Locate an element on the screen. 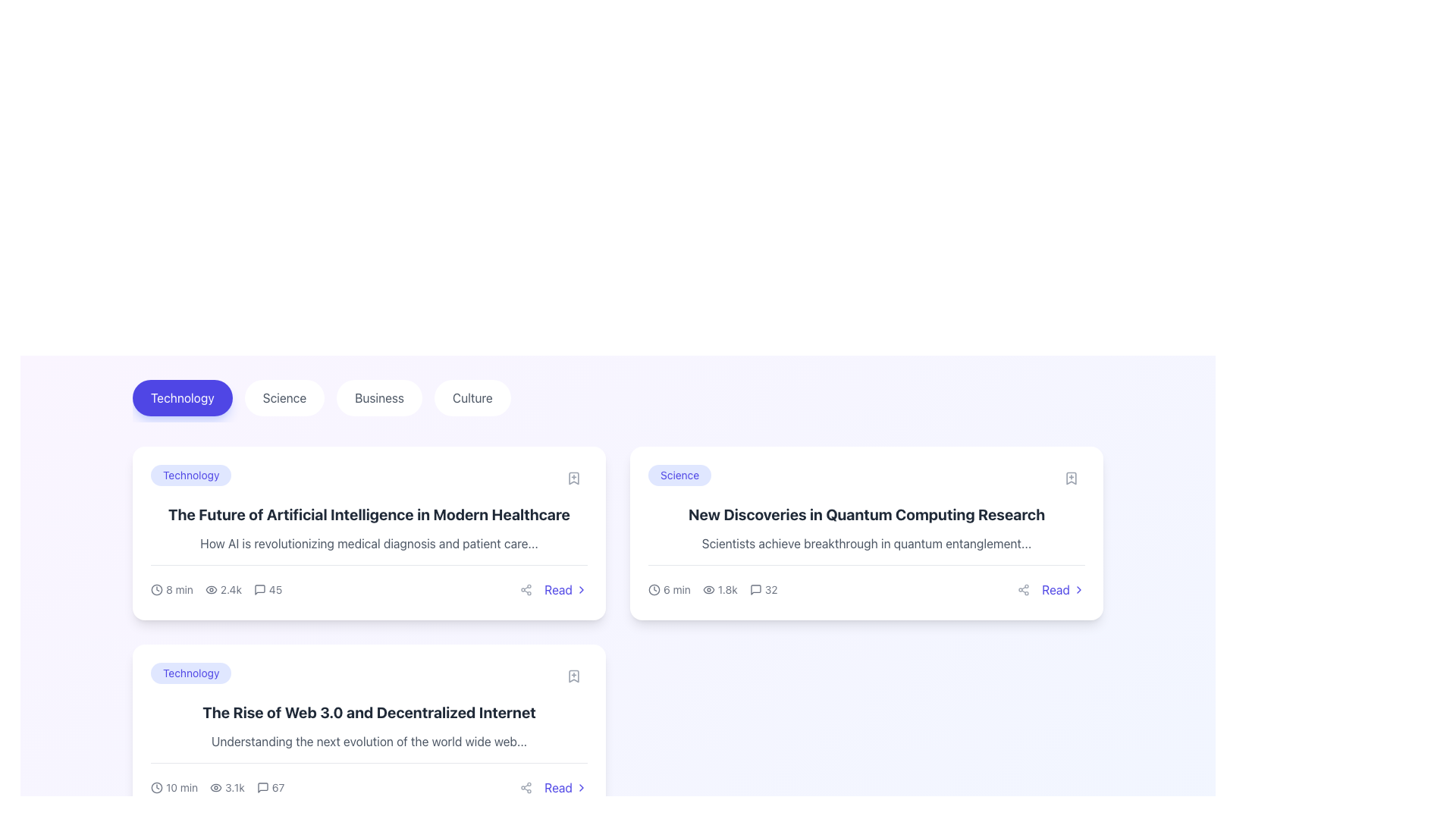 The width and height of the screenshot is (1456, 819). the circular light gray button with a network or sharing icon, located under the headline 'The Future of Artificial Intelligence in Modern Healthcare', to share the content is located at coordinates (526, 589).